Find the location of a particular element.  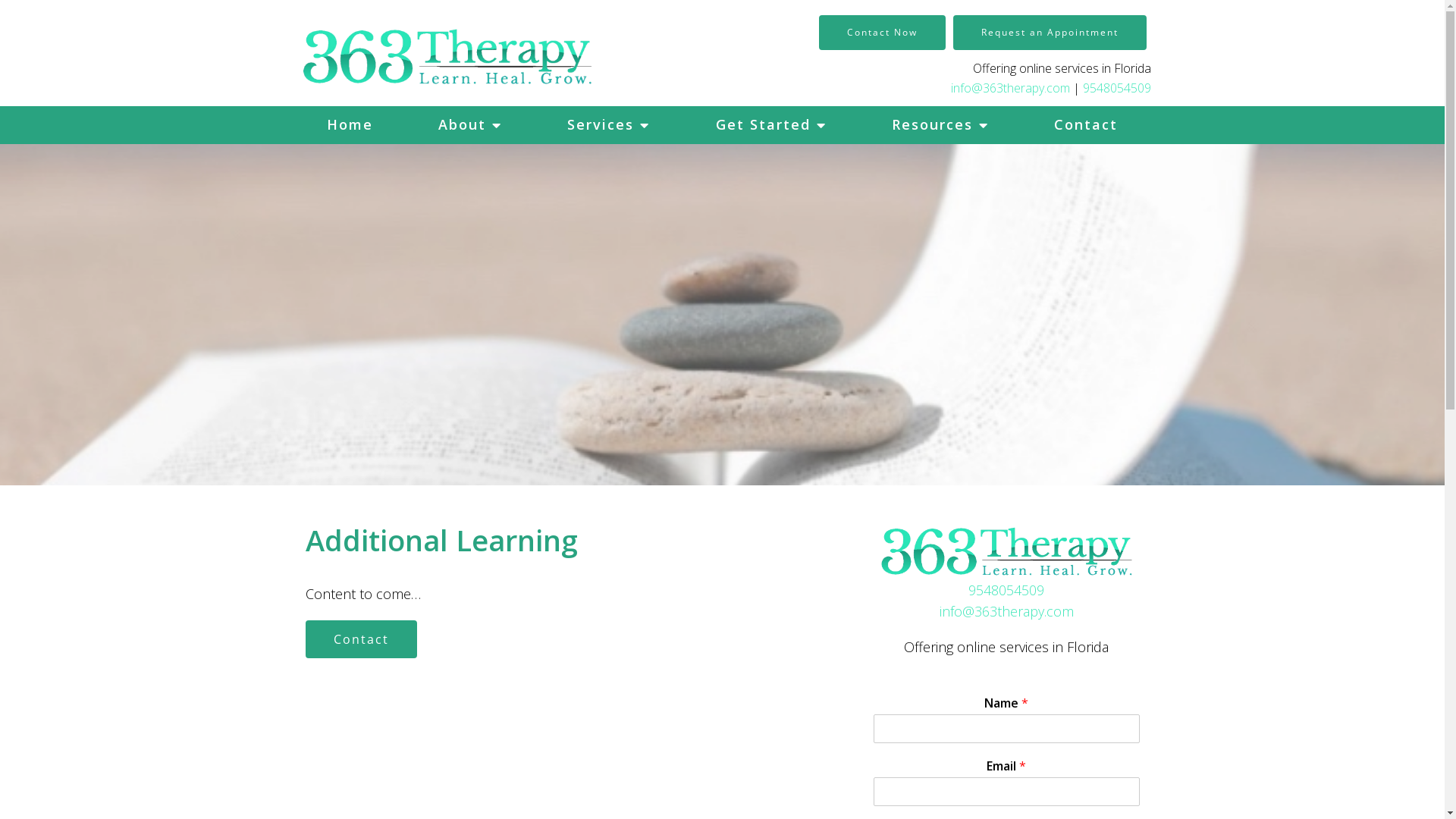

'Contact' is located at coordinates (359, 639).